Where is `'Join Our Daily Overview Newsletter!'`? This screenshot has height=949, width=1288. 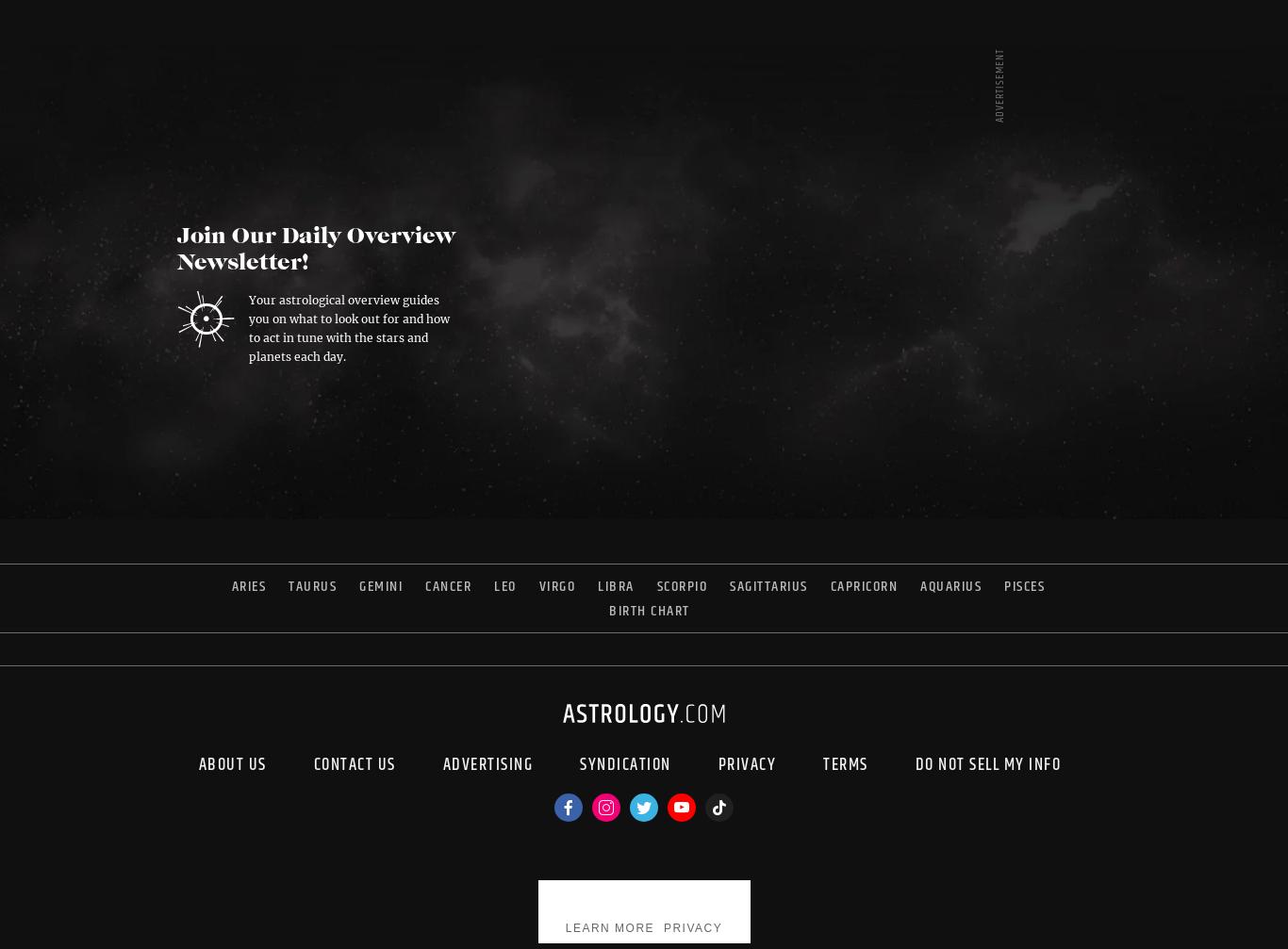 'Join Our Daily Overview Newsletter!' is located at coordinates (175, 250).